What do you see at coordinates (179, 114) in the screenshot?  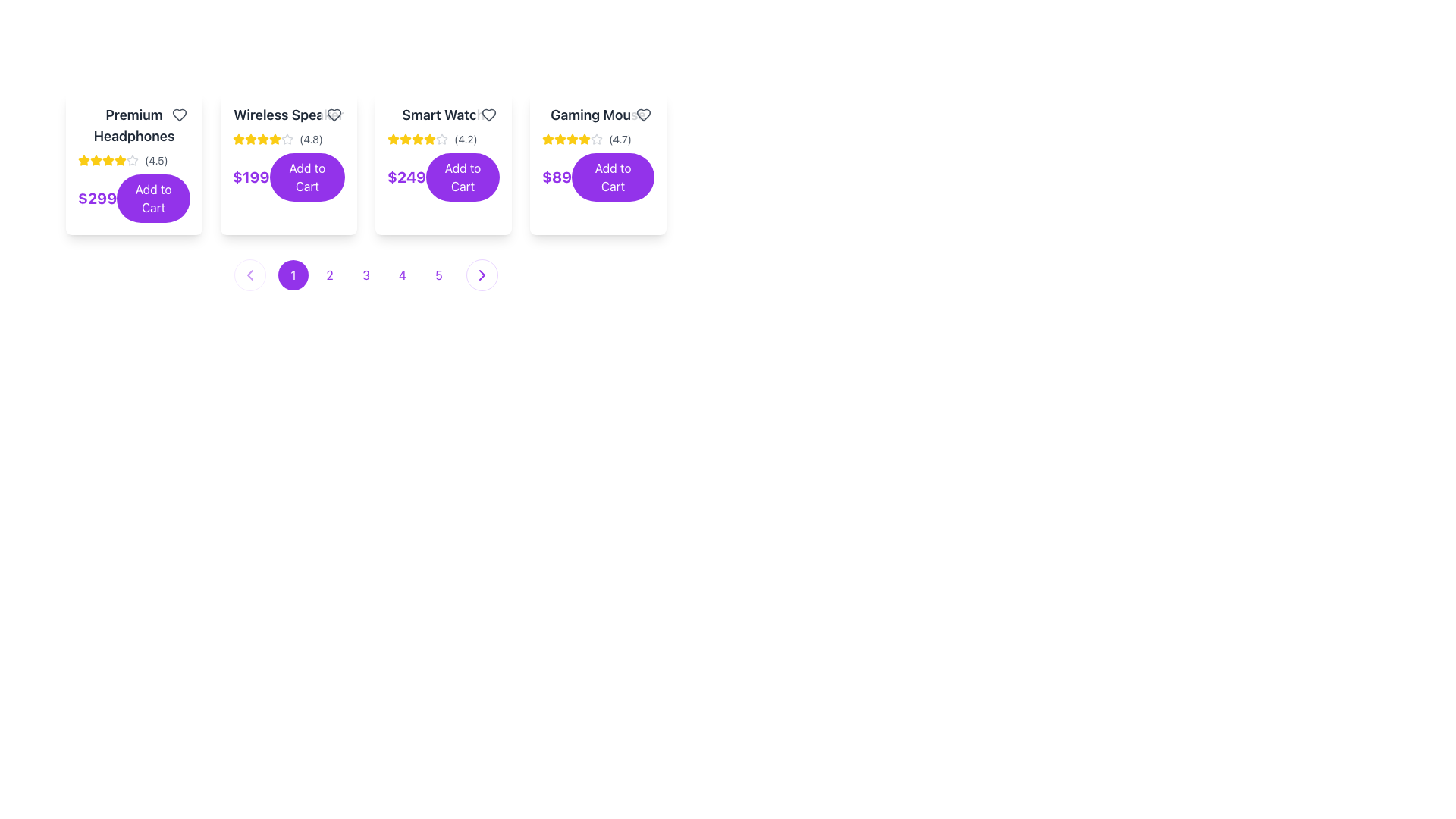 I see `the heart-shaped icon button located at the top-right corner of the 'Premium Headphones' card, which turns red on hover` at bounding box center [179, 114].